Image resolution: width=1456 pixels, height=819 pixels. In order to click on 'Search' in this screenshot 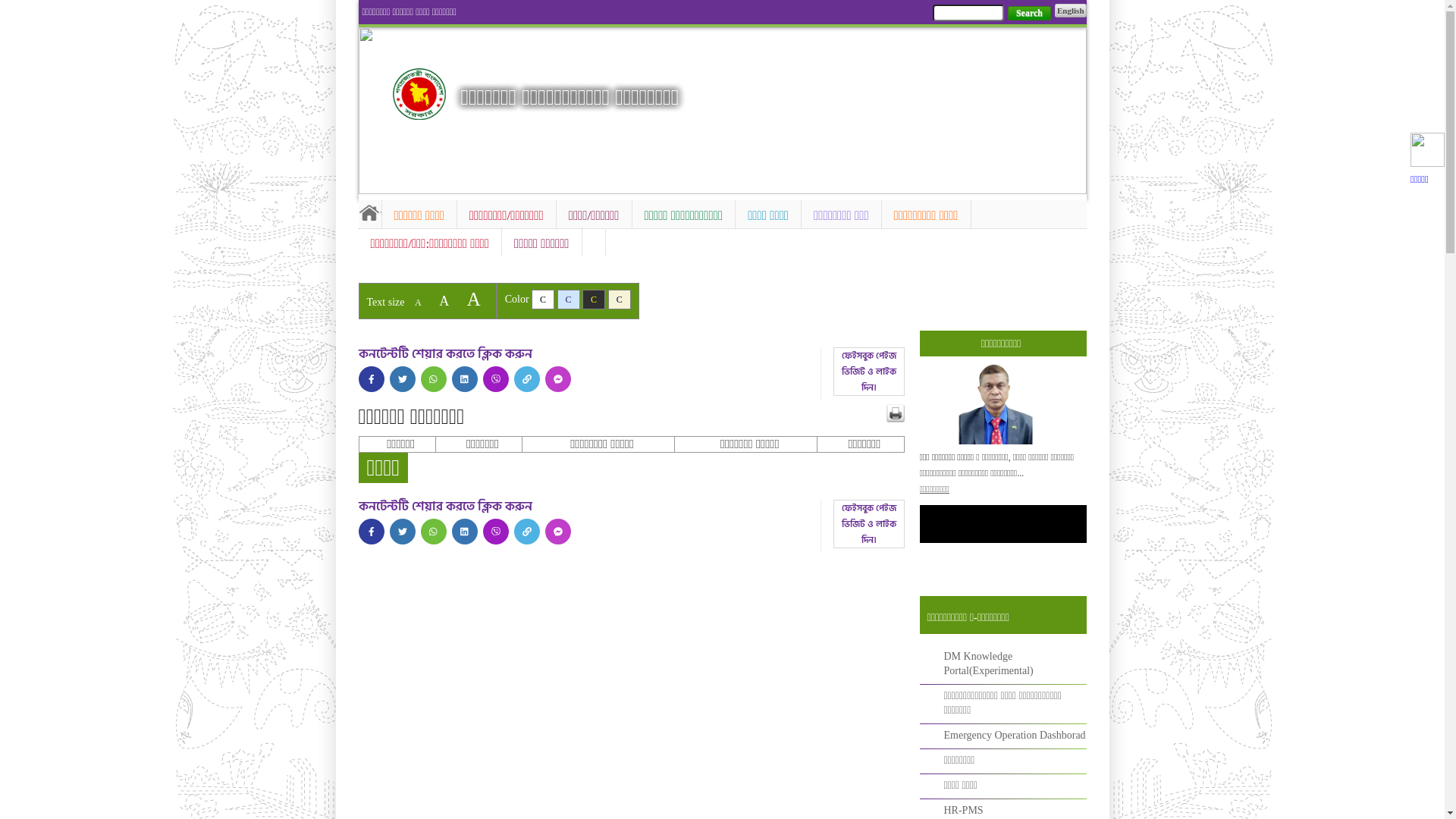, I will do `click(1029, 13)`.